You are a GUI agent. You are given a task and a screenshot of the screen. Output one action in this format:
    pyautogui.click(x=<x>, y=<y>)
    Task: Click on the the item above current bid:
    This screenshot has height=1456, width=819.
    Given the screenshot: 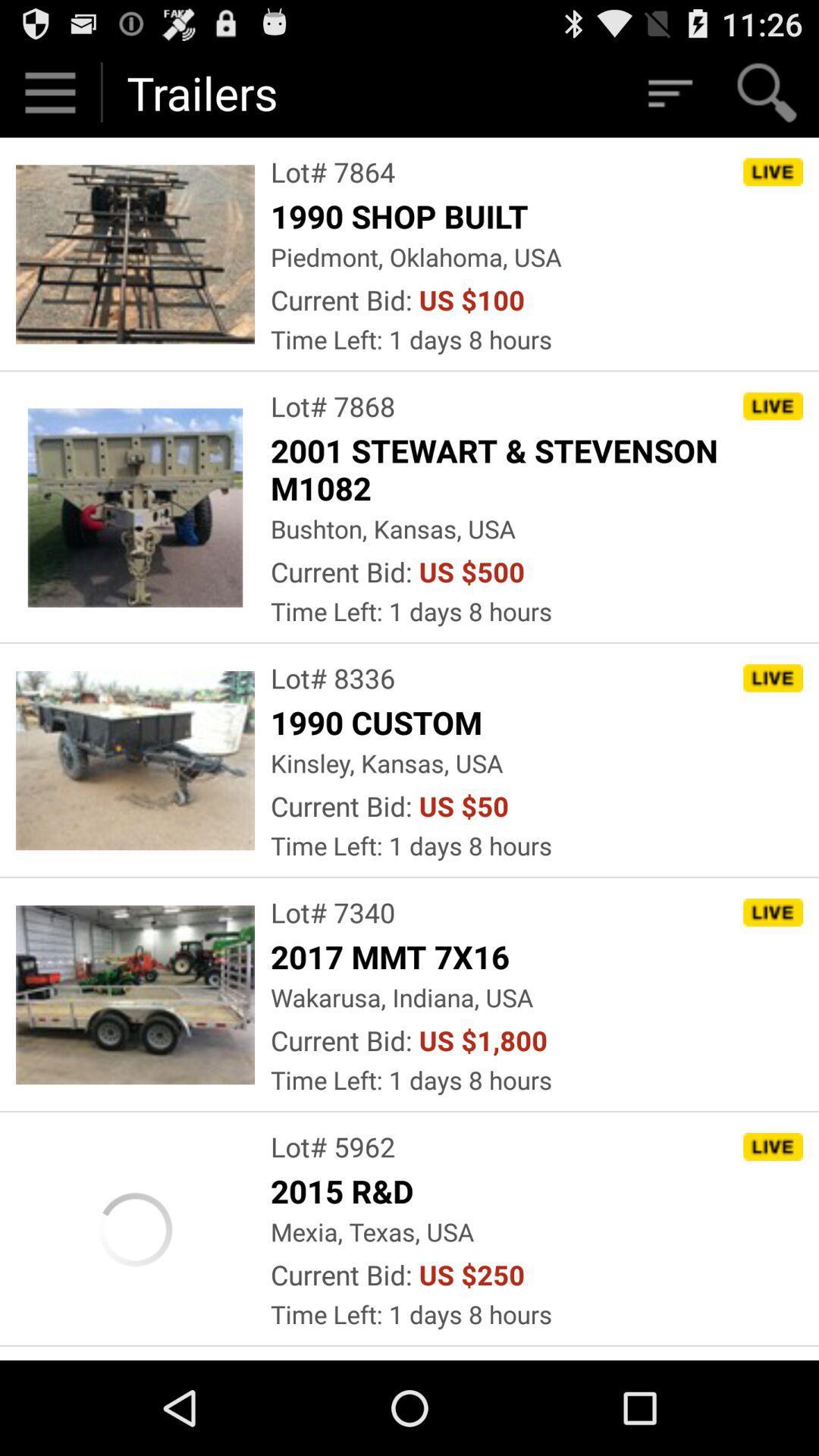 What is the action you would take?
    pyautogui.click(x=416, y=256)
    